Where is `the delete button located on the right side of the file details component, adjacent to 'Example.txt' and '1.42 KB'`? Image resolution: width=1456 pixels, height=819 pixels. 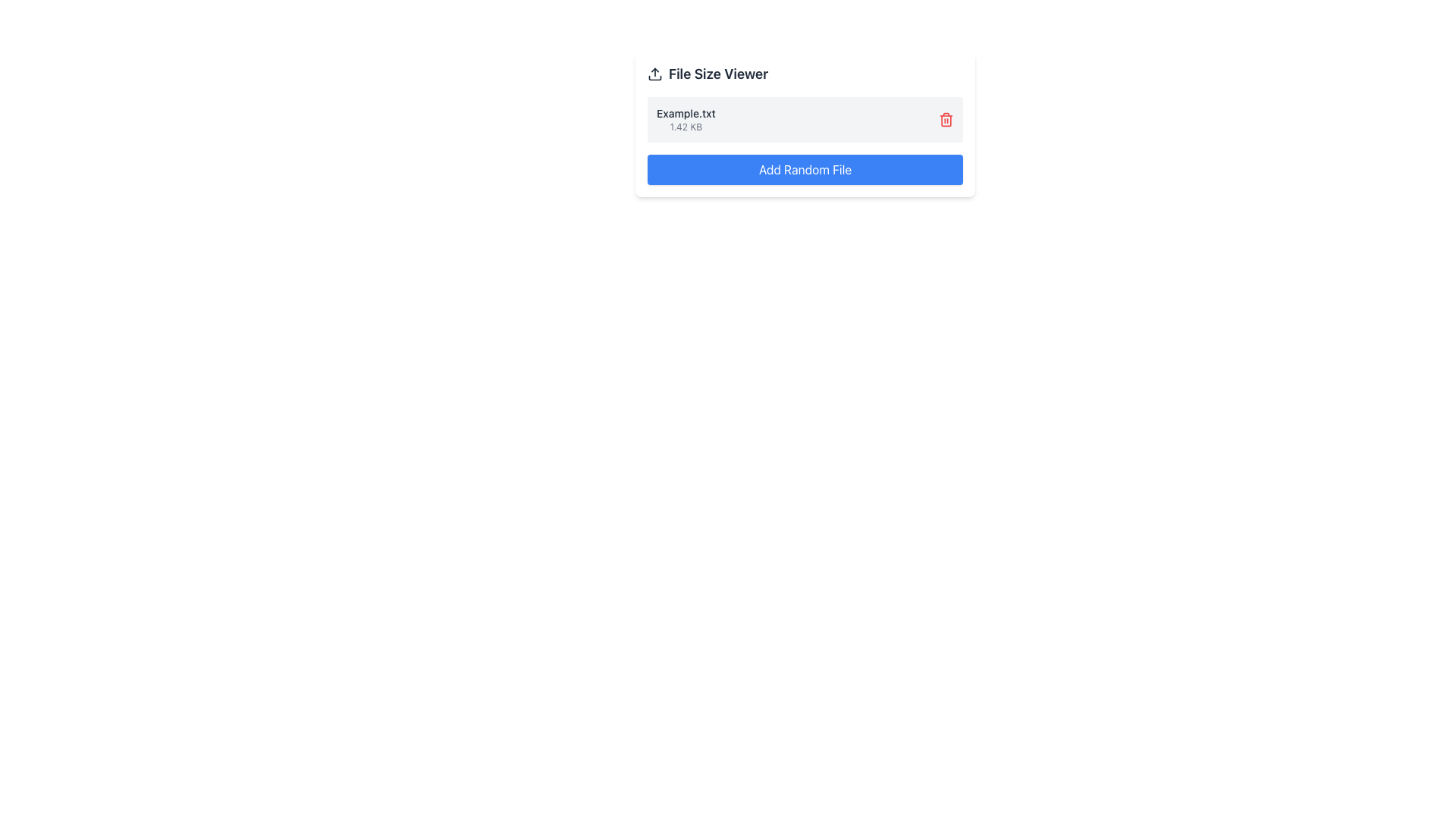
the delete button located on the right side of the file details component, adjacent to 'Example.txt' and '1.42 KB' is located at coordinates (946, 119).